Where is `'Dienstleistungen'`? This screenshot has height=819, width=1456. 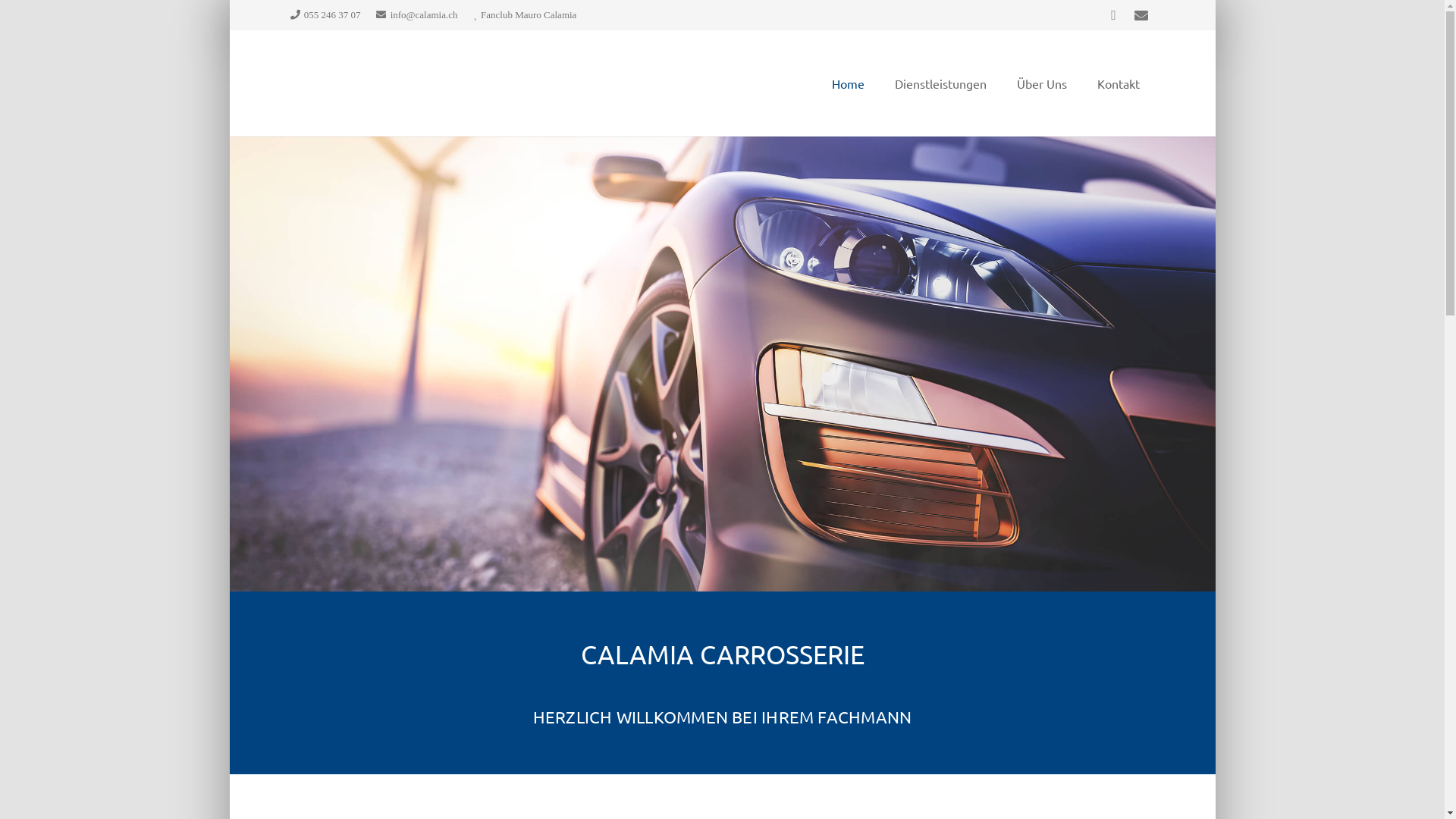 'Dienstleistungen' is located at coordinates (880, 83).